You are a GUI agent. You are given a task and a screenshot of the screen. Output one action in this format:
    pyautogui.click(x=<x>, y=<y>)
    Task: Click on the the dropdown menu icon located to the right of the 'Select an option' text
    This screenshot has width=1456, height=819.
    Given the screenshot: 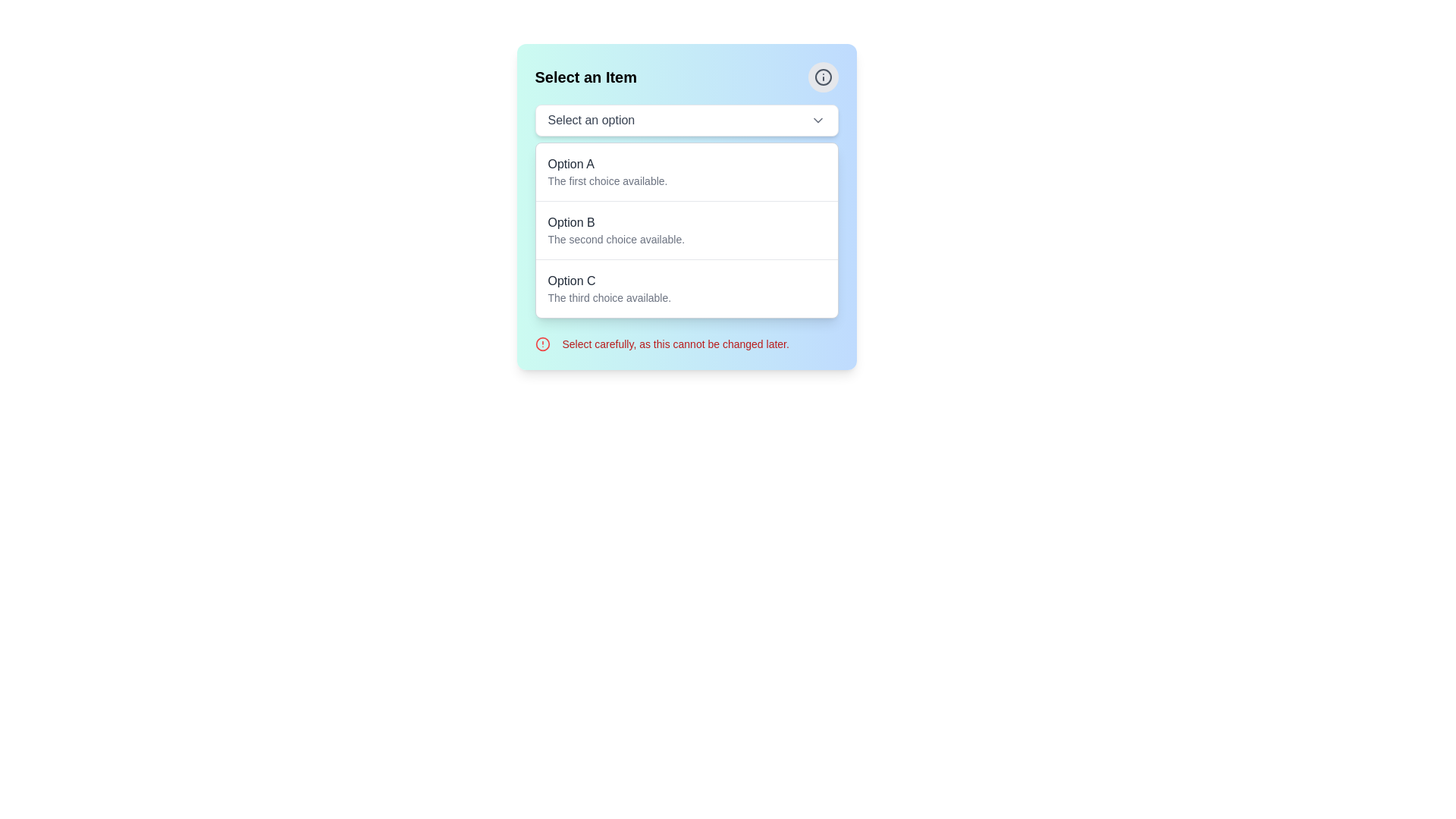 What is the action you would take?
    pyautogui.click(x=817, y=119)
    